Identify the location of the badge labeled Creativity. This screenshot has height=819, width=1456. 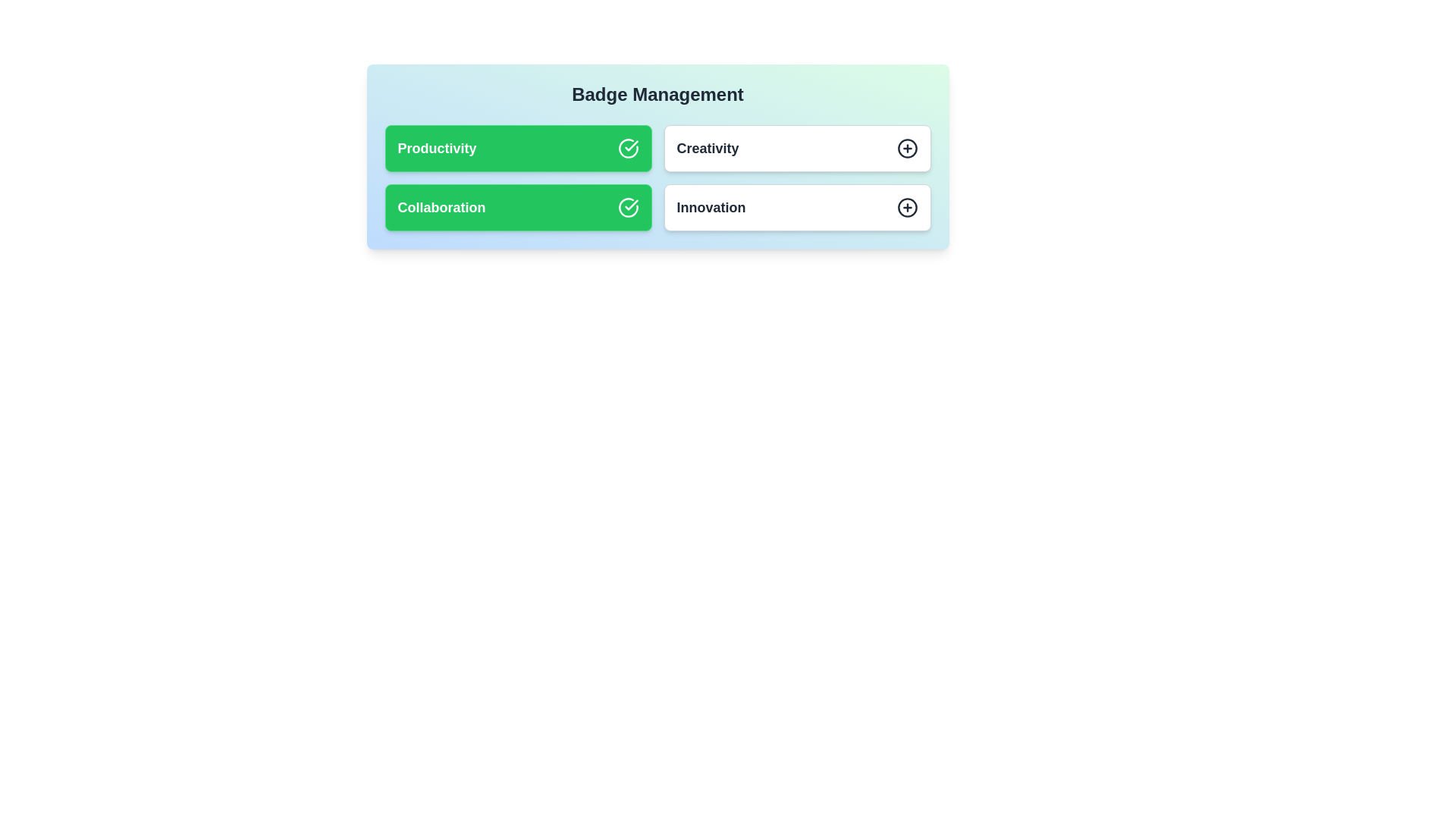
(796, 149).